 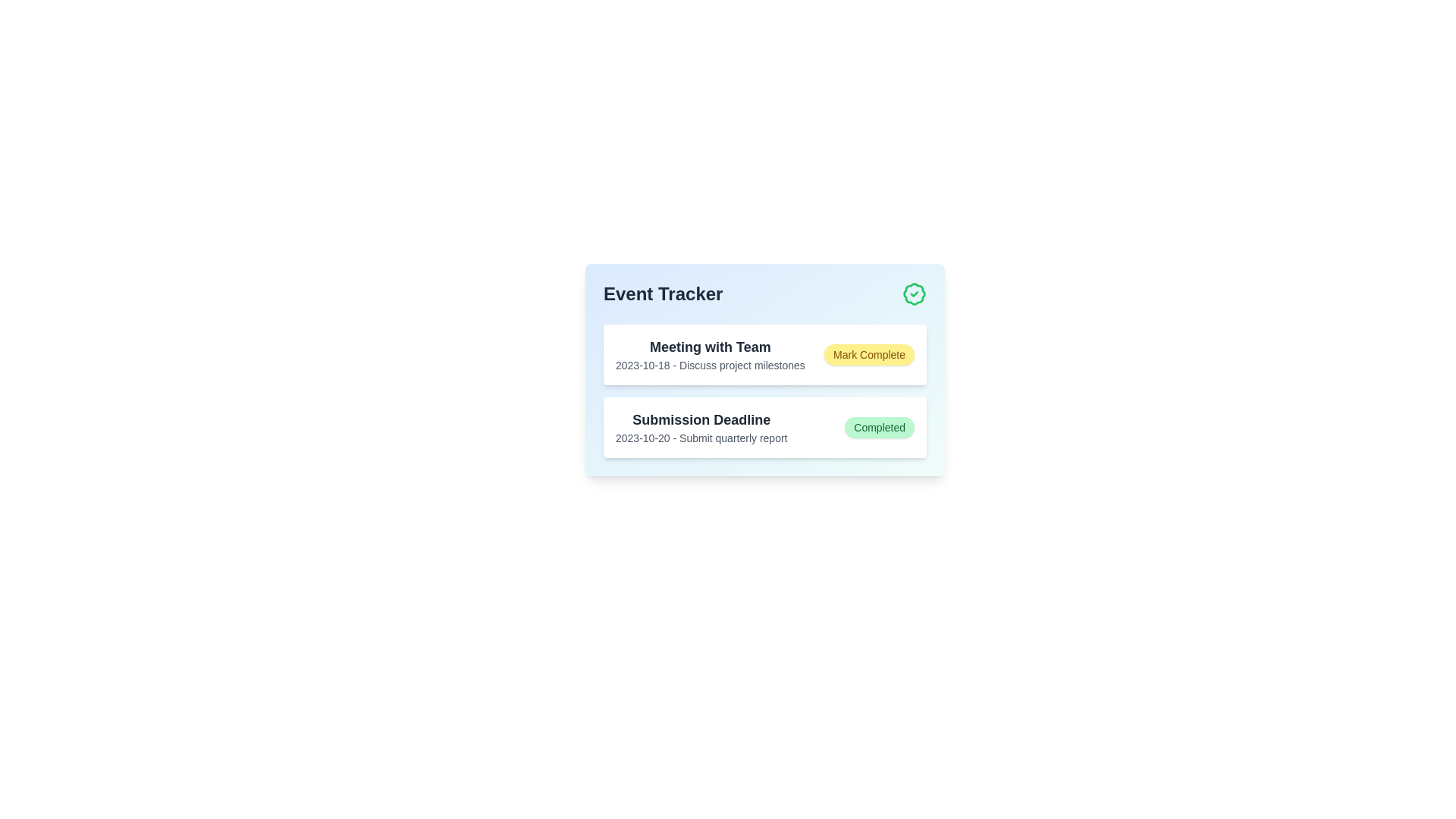 What do you see at coordinates (709, 366) in the screenshot?
I see `the text label that provides additional details about the meeting event, specifying the date (2023-10-18) and the purpose ('Discuss project milestones') within the 'Event Tracker' module` at bounding box center [709, 366].